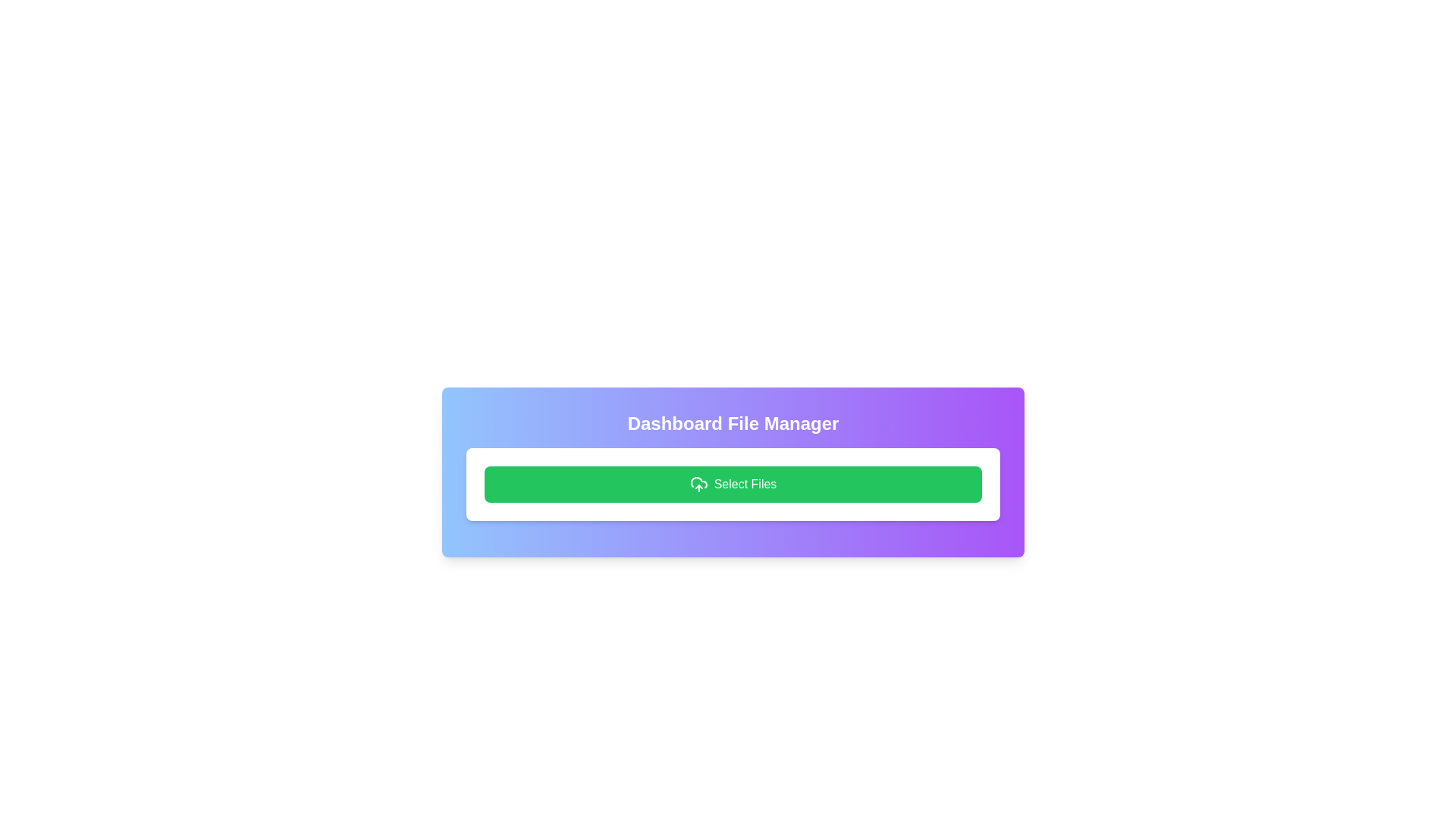 The image size is (1456, 819). I want to click on the interactive button for file upload located centrally below the 'Dashboard File Manager' title, so click(733, 472).